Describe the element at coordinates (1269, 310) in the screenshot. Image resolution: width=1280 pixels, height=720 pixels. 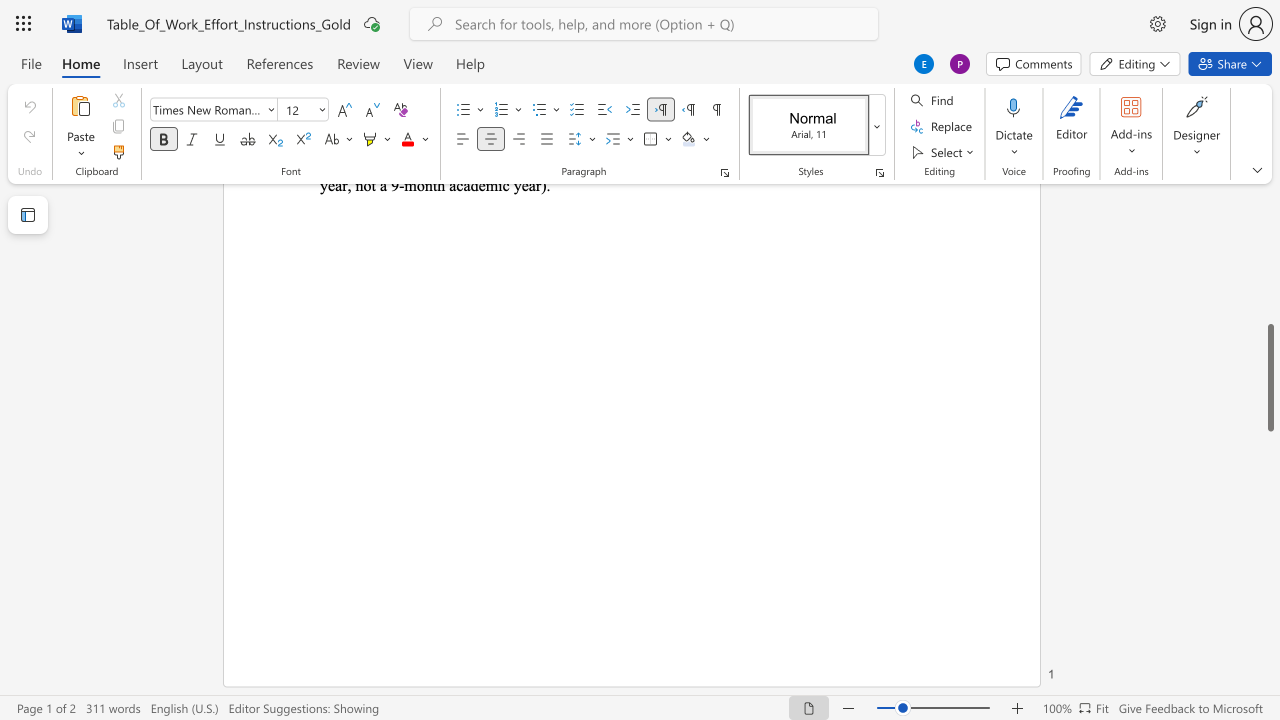
I see `the side scrollbar to bring the page up` at that location.